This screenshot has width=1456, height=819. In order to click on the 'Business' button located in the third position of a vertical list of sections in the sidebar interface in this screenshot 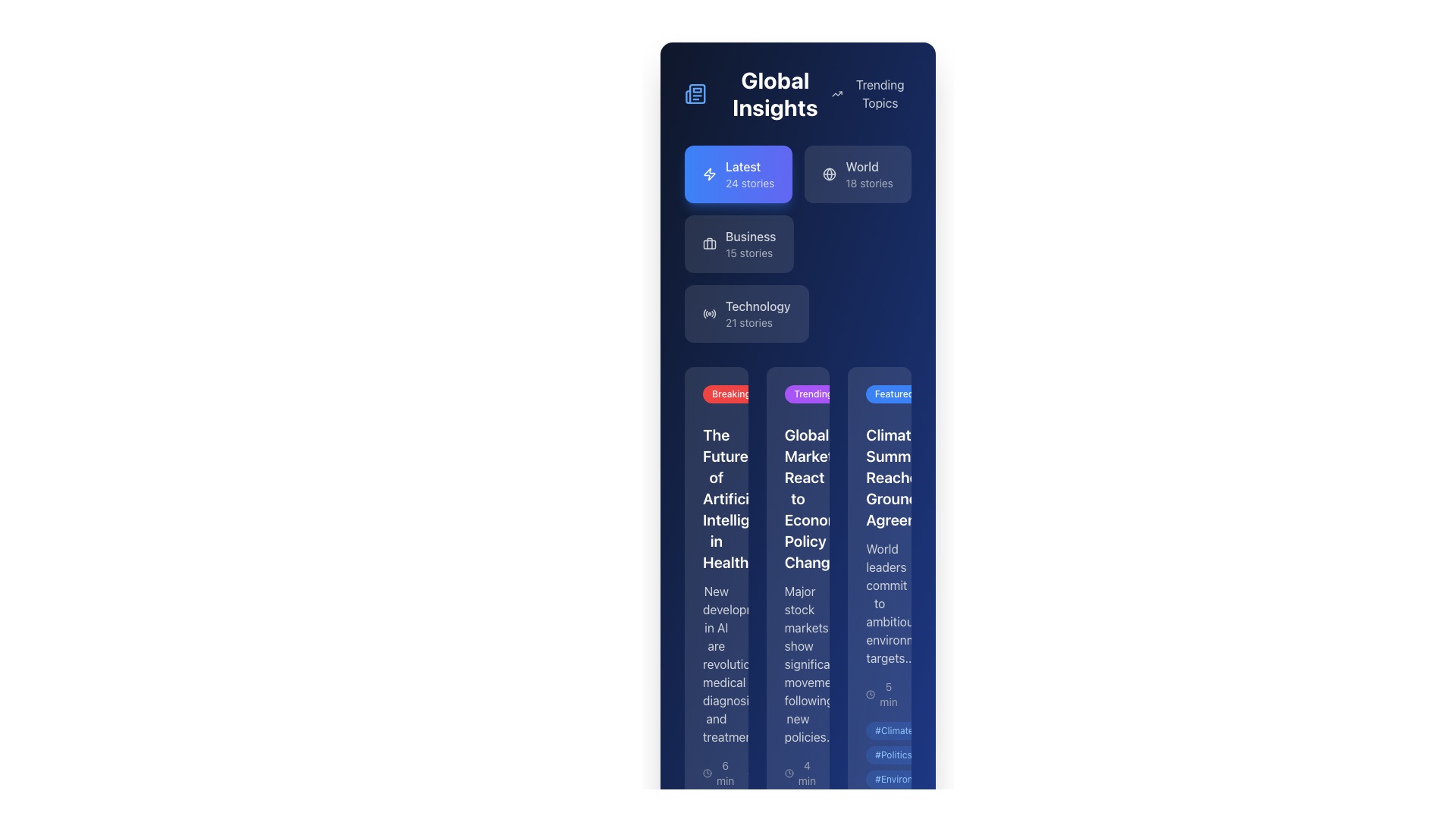, I will do `click(739, 243)`.